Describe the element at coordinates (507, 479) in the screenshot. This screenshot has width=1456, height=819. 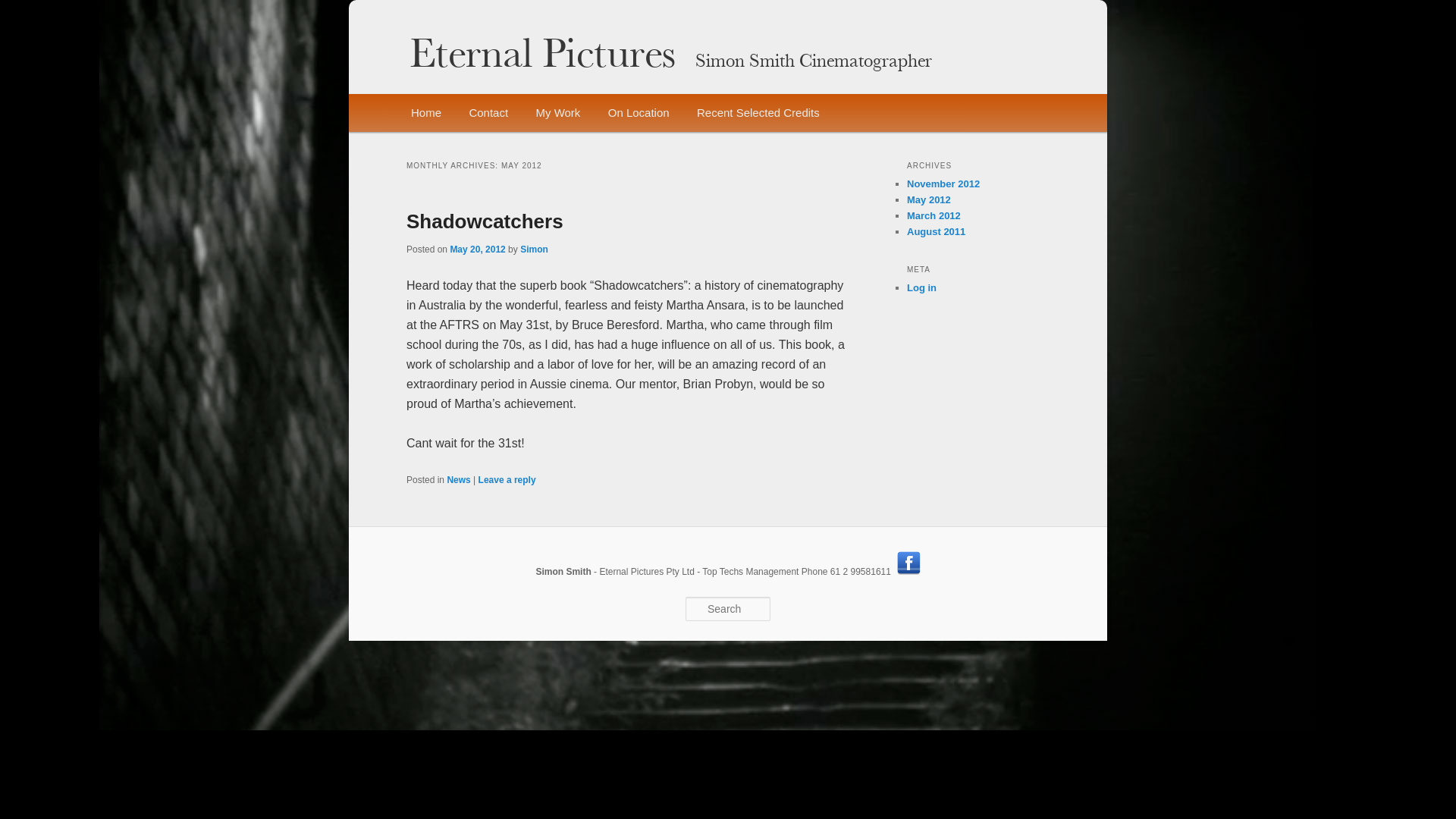
I see `'Leave a reply'` at that location.